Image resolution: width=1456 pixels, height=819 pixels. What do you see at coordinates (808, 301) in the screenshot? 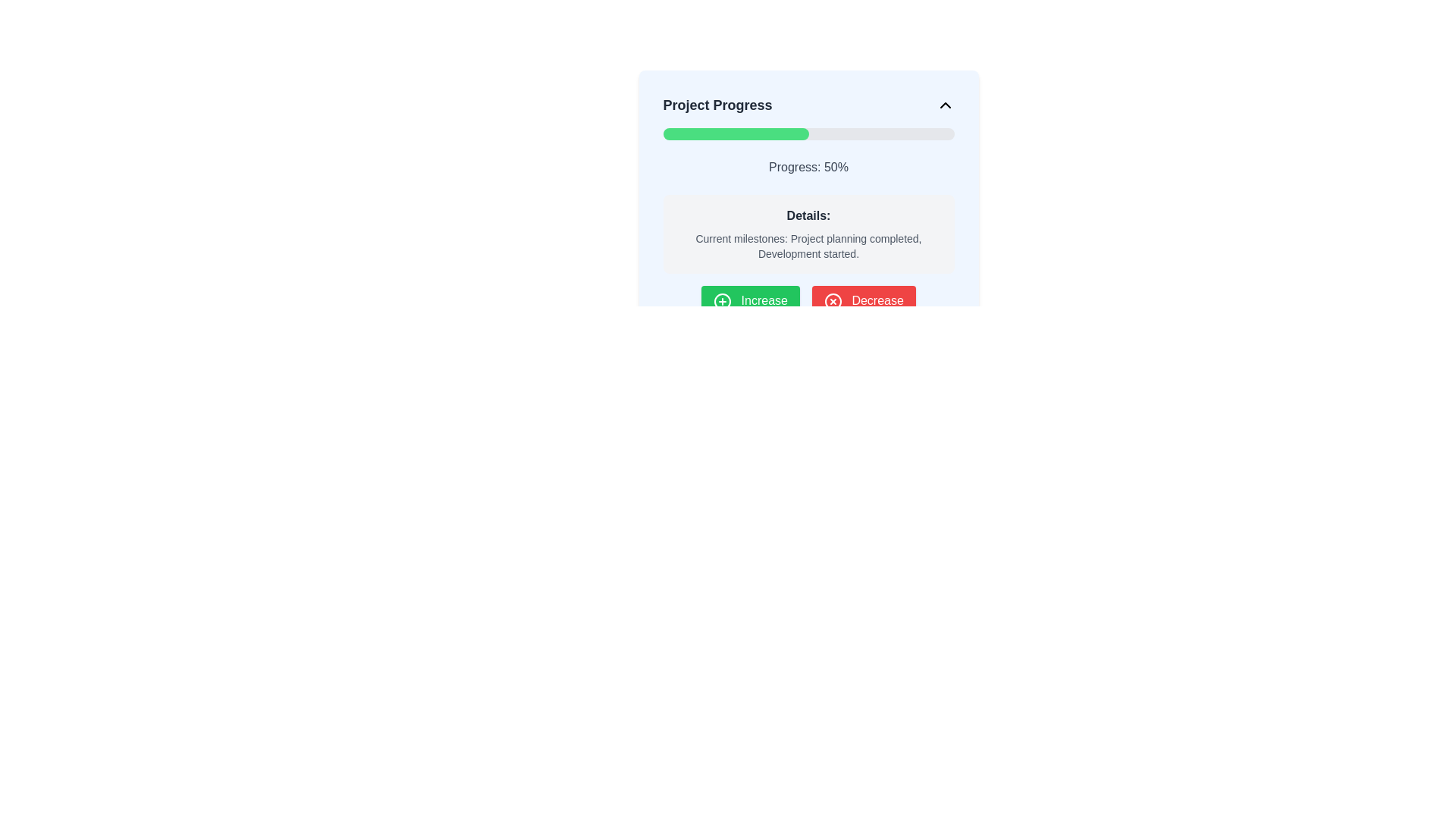
I see `the 'Decrease' button in the Horizontal button group located near the bottom of the 'Project Progress' section` at bounding box center [808, 301].